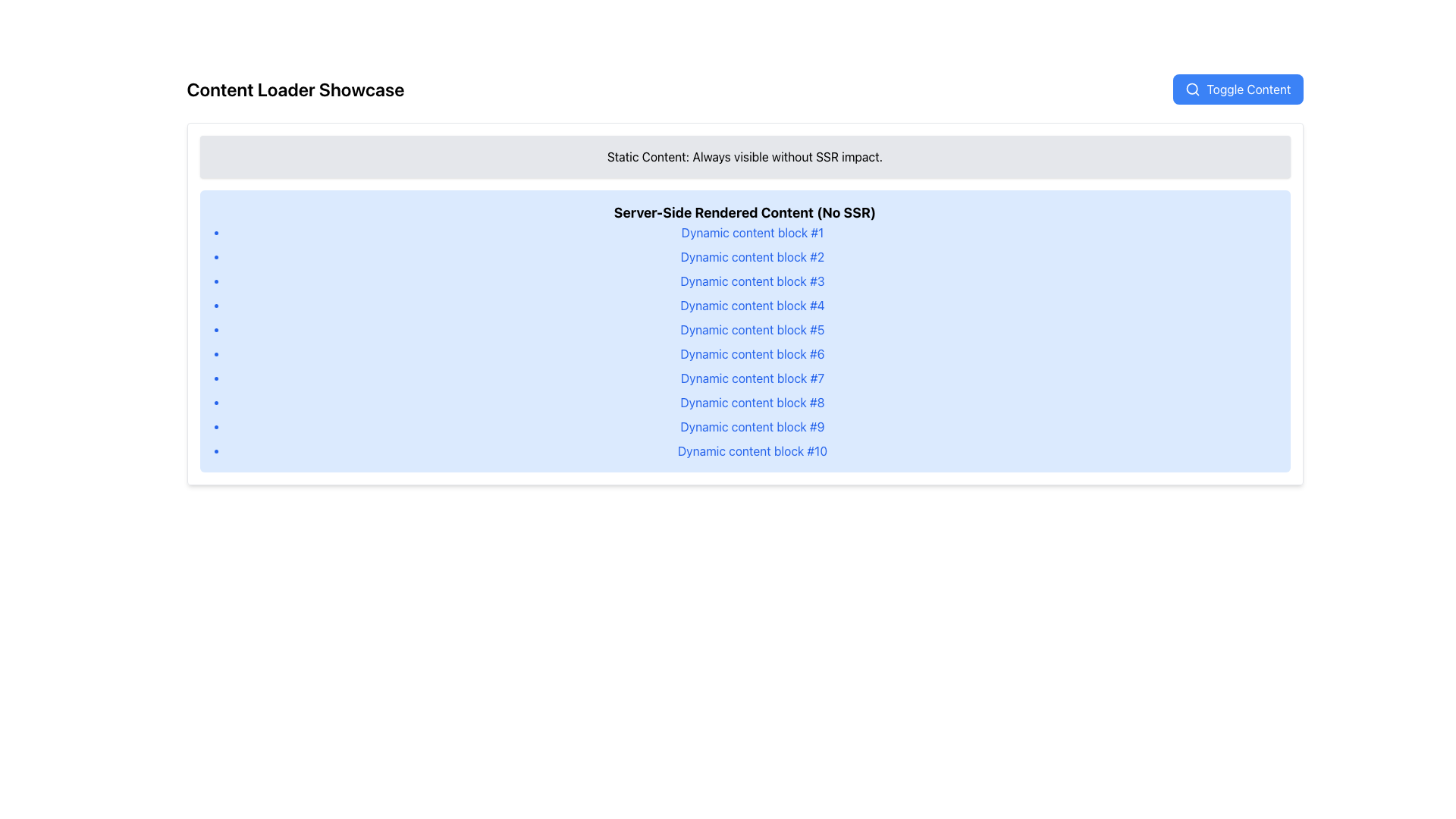  What do you see at coordinates (752, 305) in the screenshot?
I see `the fourth text label in a list of ten items located in the center of the content area of the page` at bounding box center [752, 305].